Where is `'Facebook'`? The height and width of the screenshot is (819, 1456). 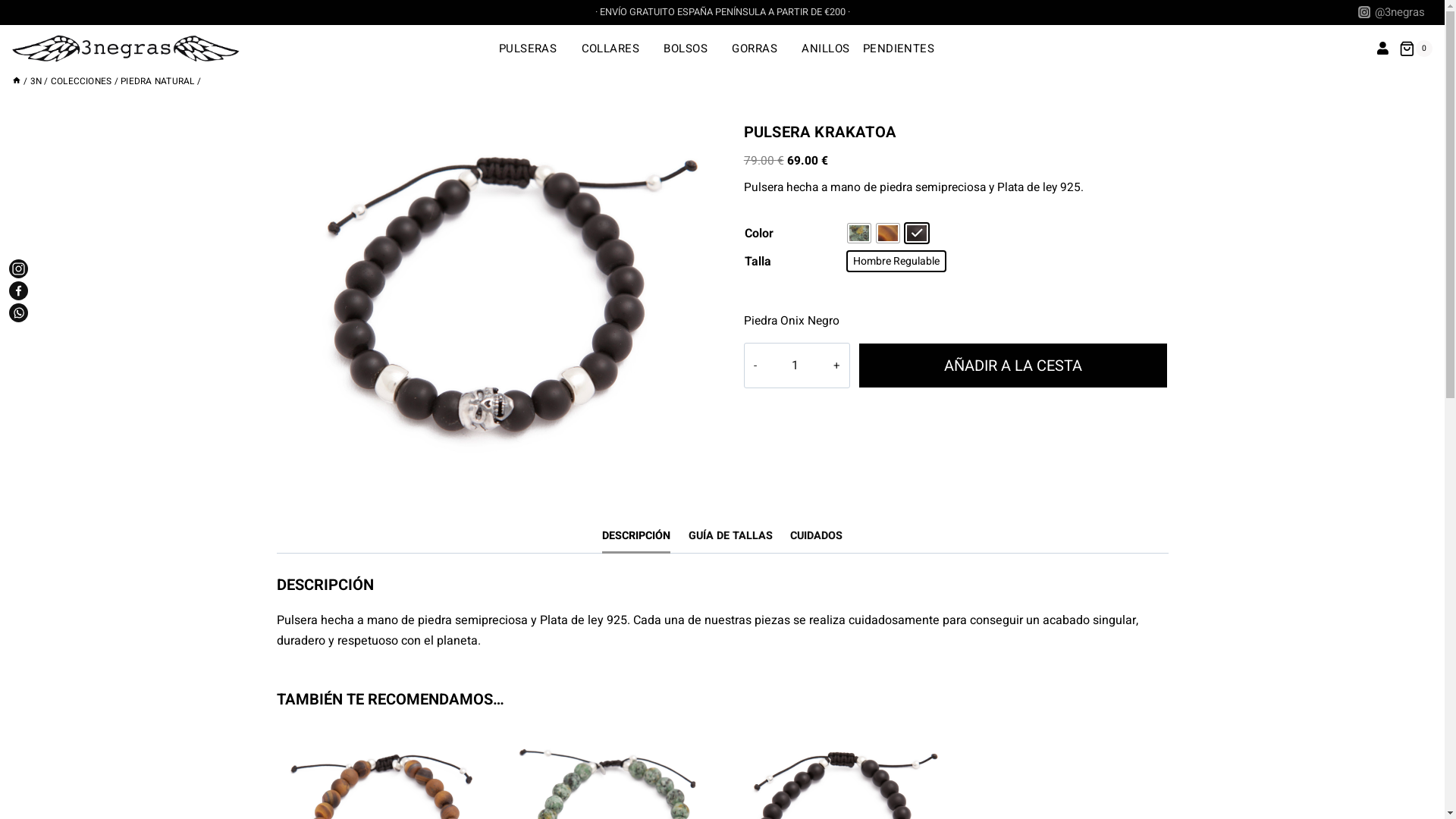
'Facebook' is located at coordinates (18, 290).